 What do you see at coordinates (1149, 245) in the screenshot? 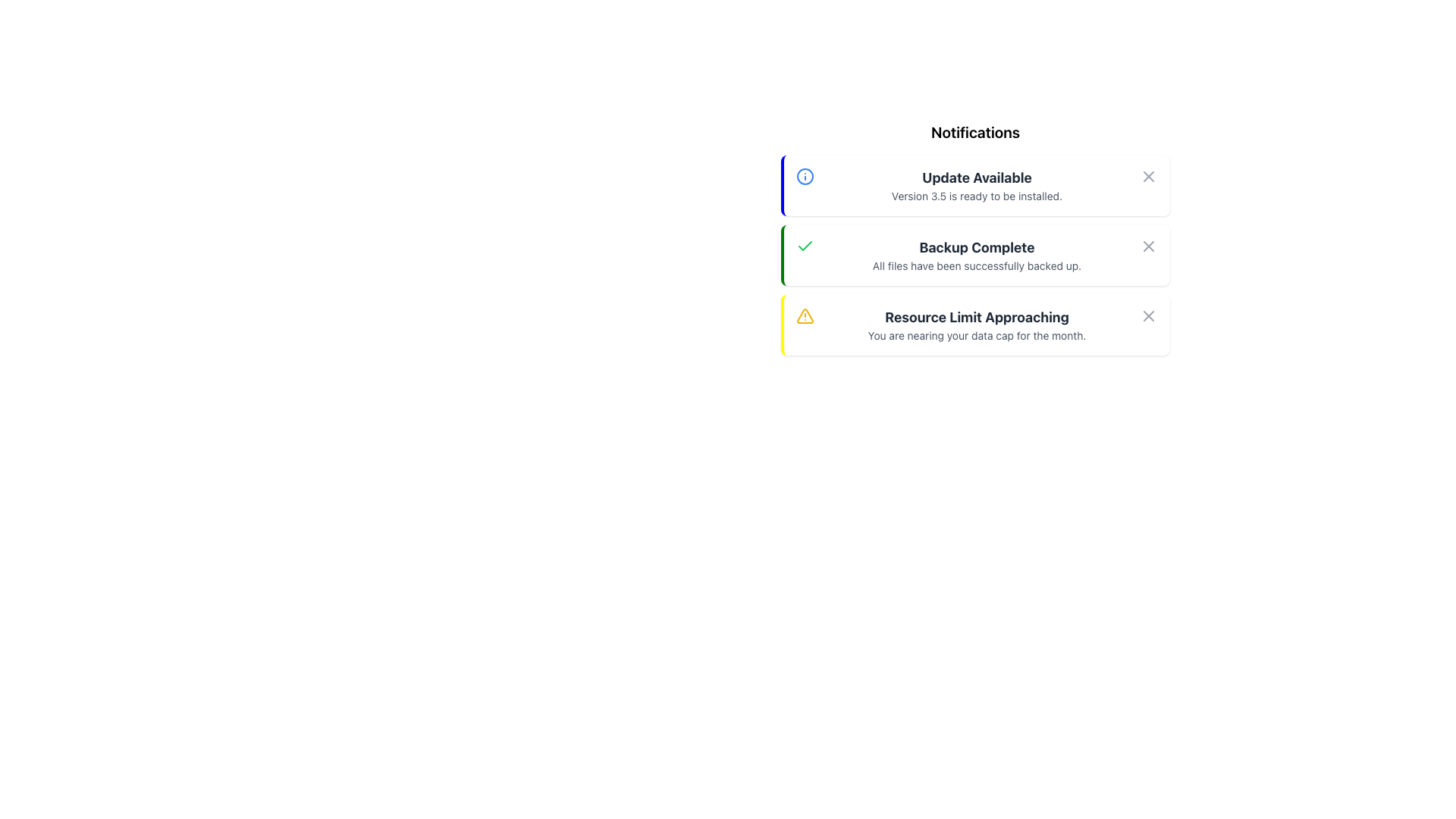
I see `the close icon button located in the middle-right of the 'Backup Complete' notification panel` at bounding box center [1149, 245].